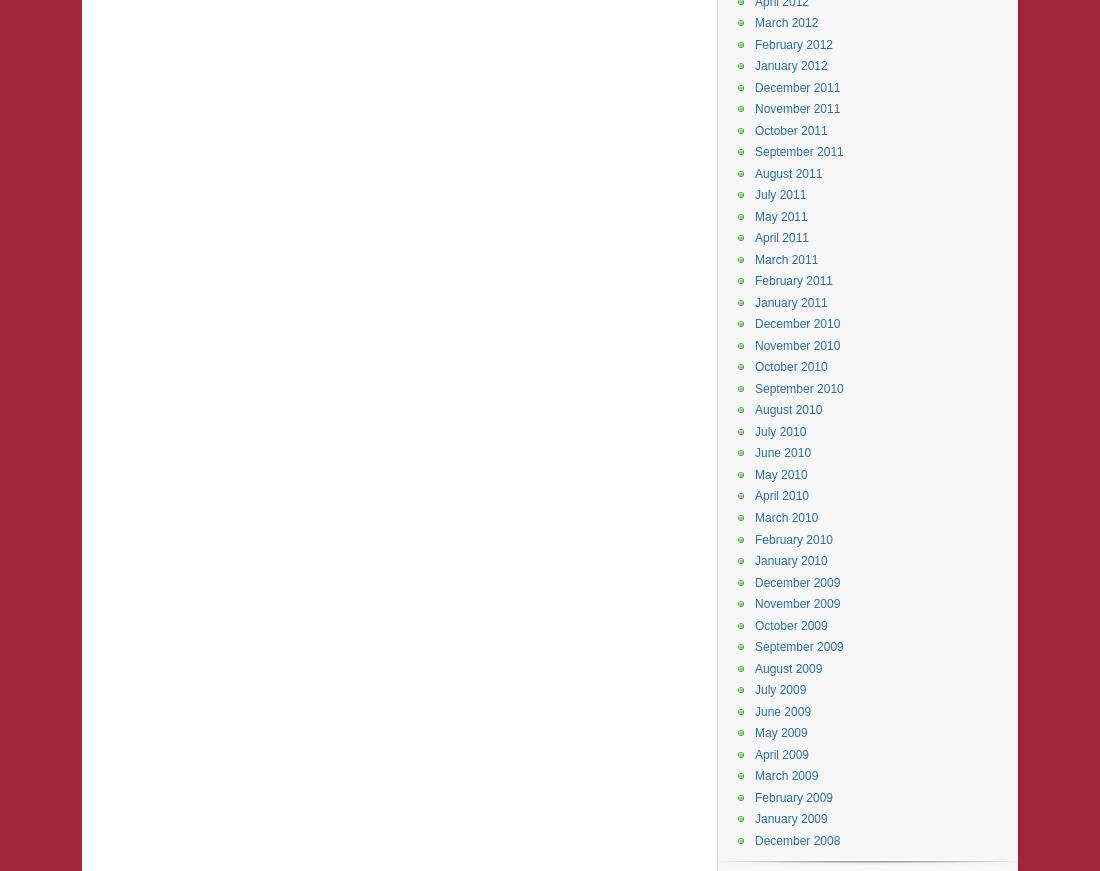 The image size is (1100, 871). What do you see at coordinates (786, 775) in the screenshot?
I see `'March 2009'` at bounding box center [786, 775].